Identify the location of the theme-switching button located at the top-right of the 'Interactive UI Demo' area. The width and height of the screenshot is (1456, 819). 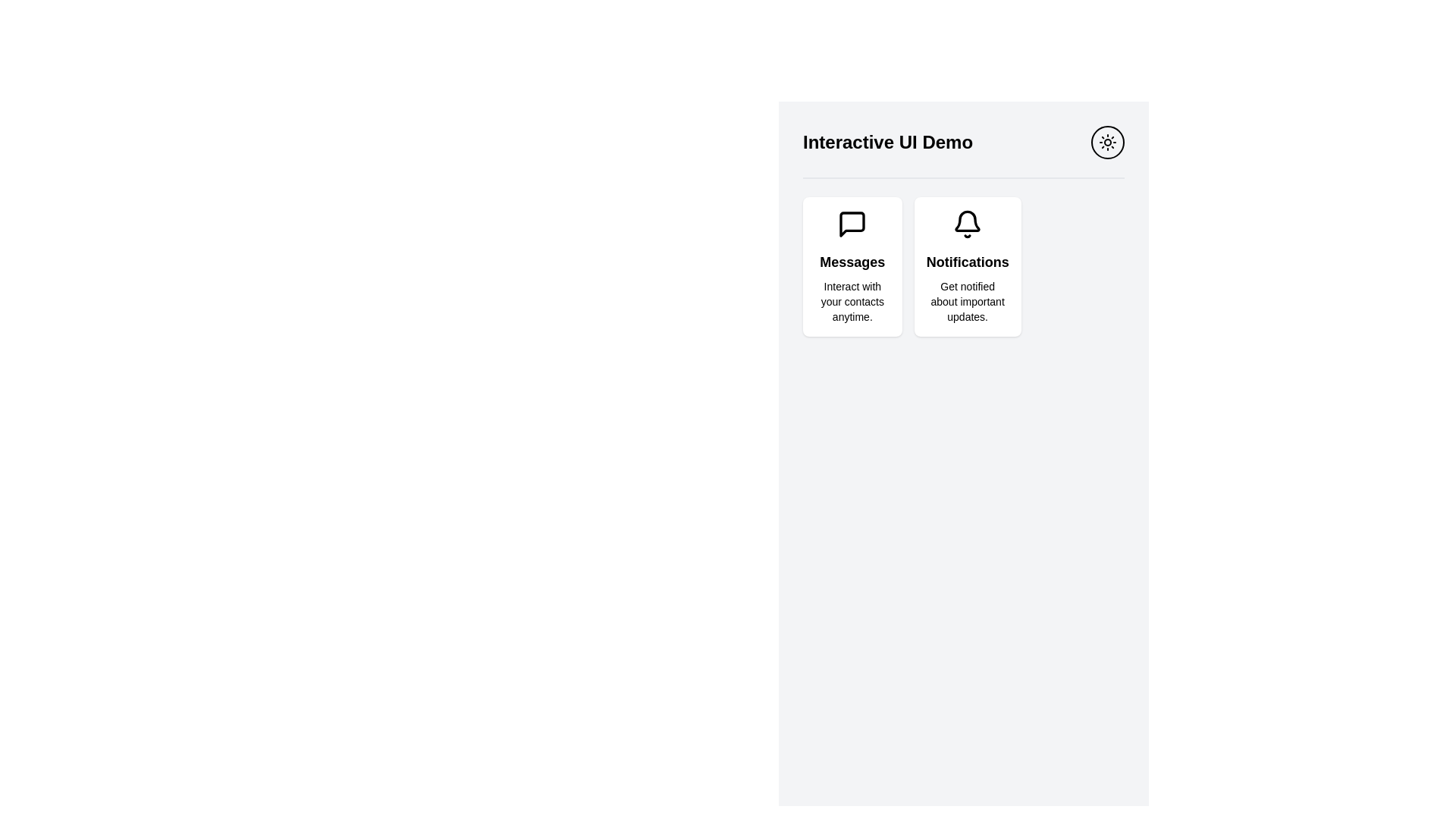
(1107, 143).